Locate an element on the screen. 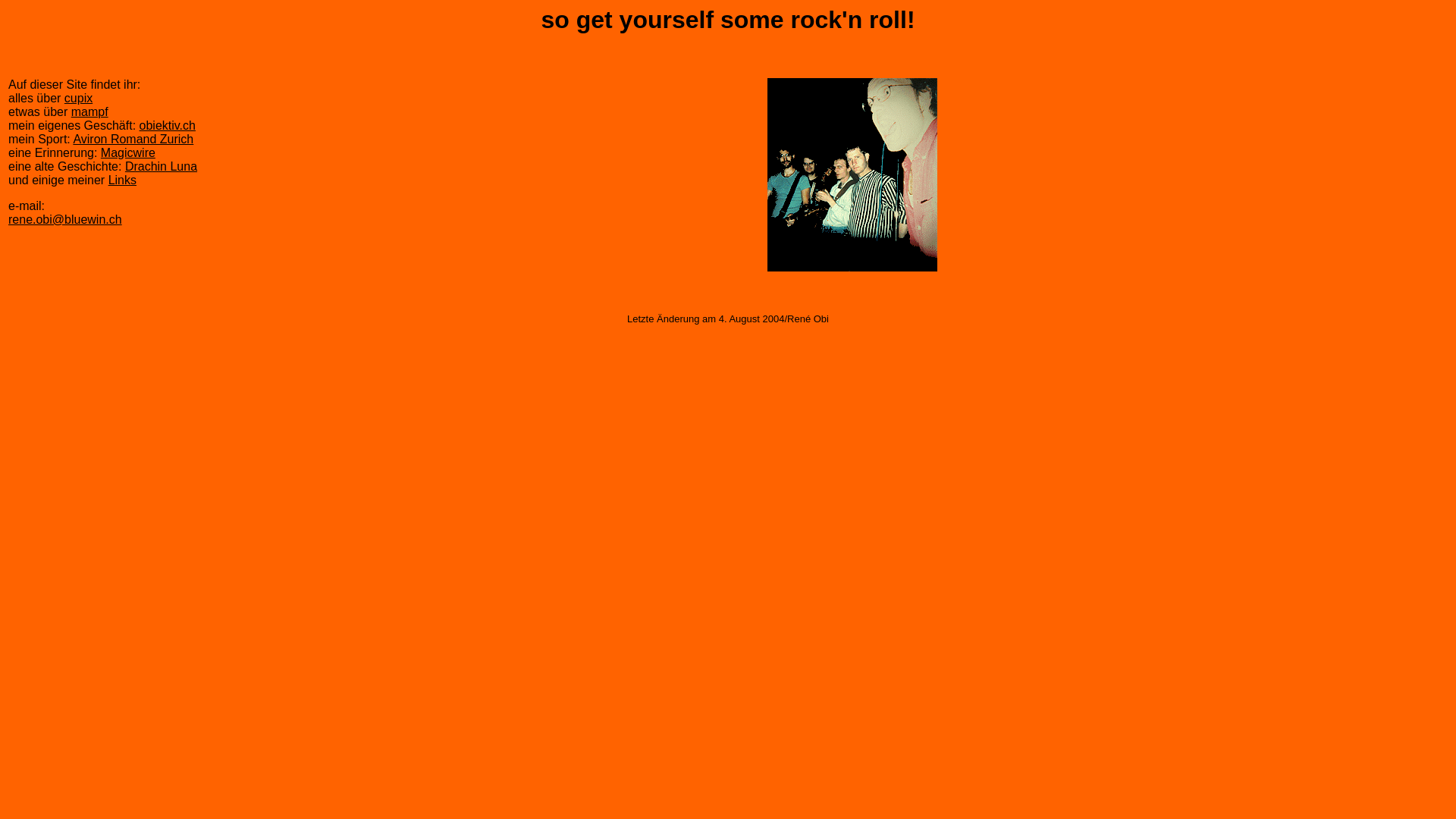 This screenshot has width=1456, height=819. 'rene.obi@bluewin.ch' is located at coordinates (64, 219).